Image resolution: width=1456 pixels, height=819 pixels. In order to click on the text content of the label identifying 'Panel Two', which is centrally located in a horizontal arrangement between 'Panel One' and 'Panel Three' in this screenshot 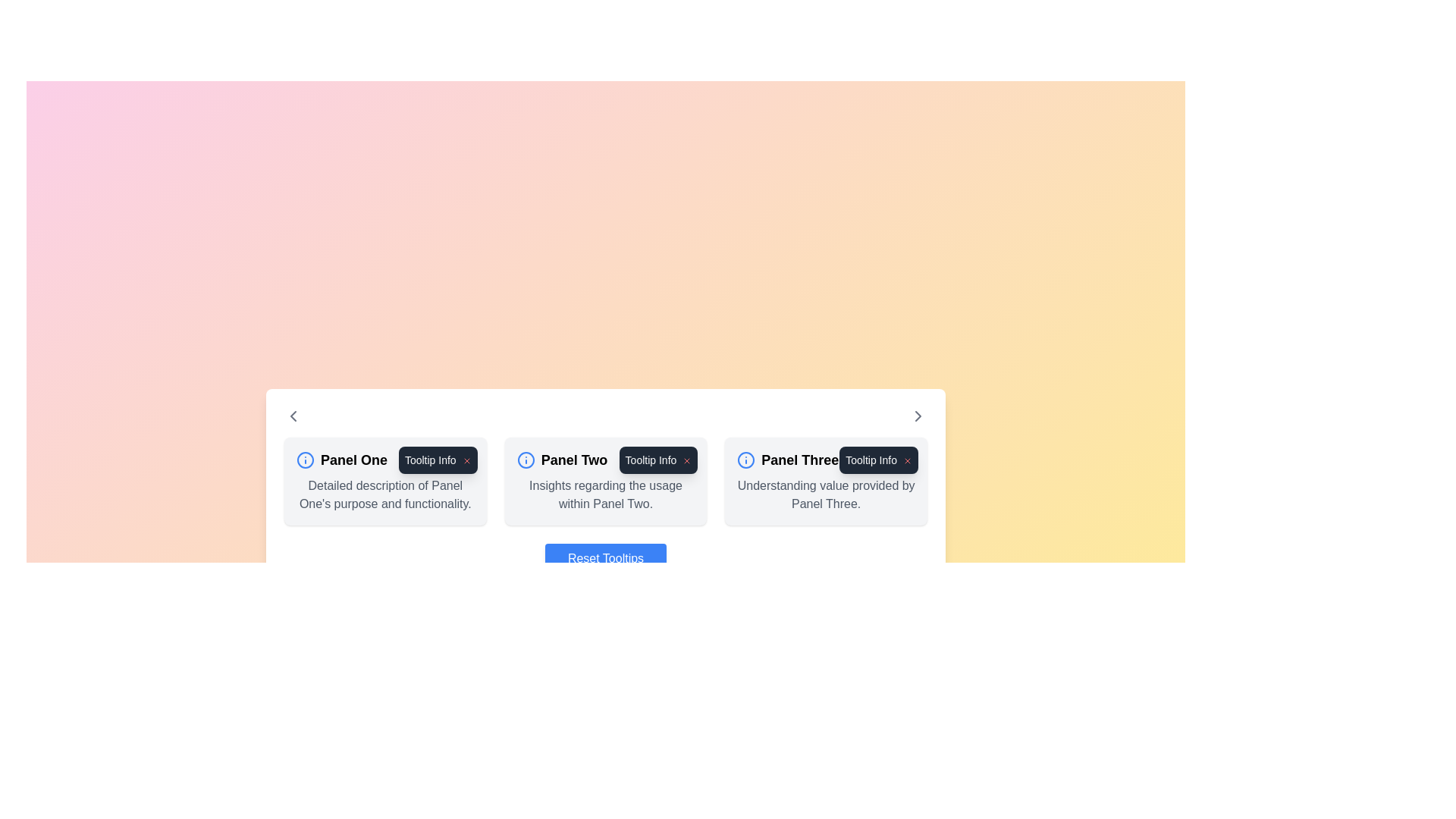, I will do `click(573, 459)`.